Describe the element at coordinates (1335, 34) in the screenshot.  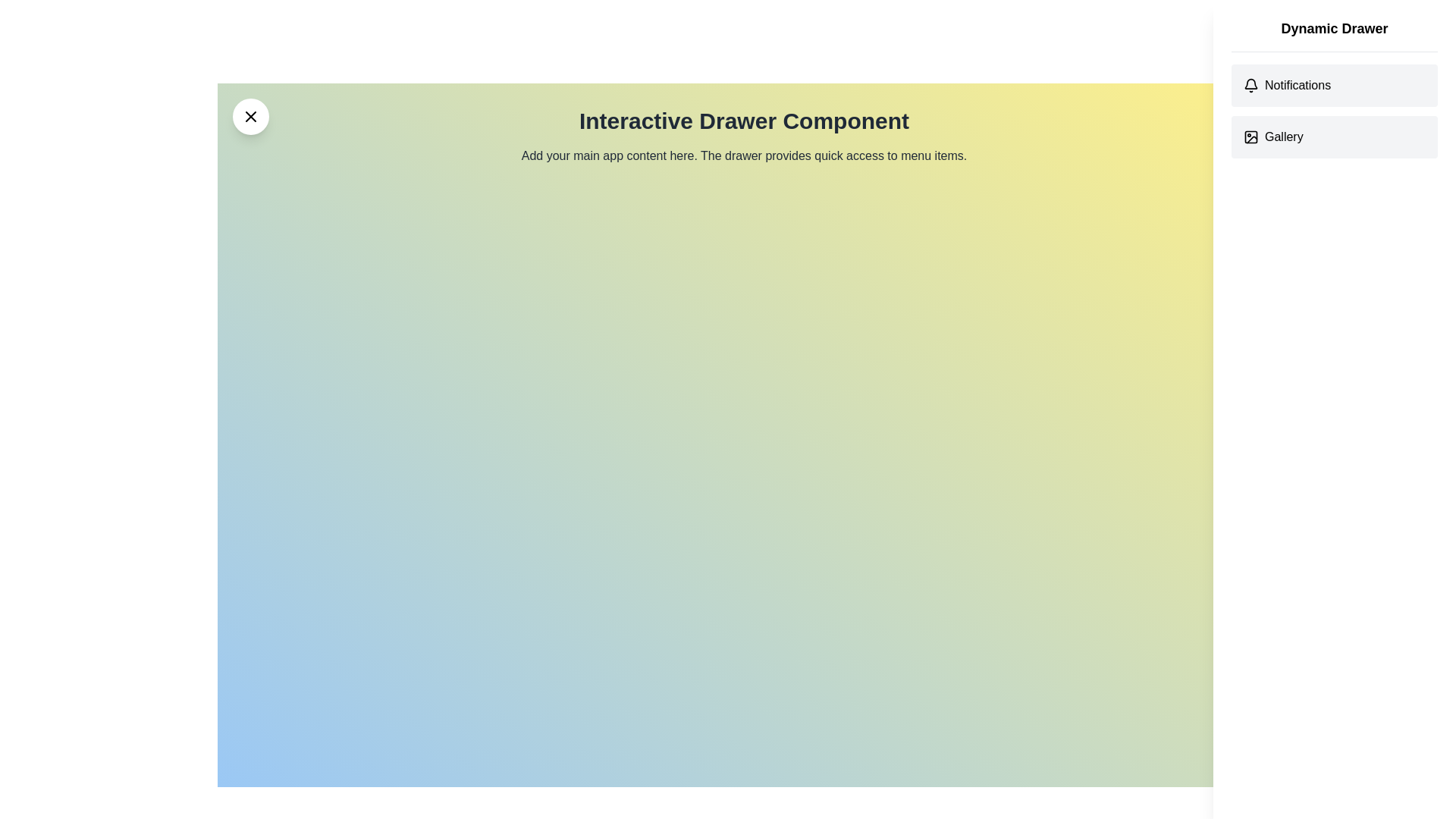
I see `the bold, black text header reading 'Dynamic Drawer' located at the top-right section of the drawer interface` at that location.